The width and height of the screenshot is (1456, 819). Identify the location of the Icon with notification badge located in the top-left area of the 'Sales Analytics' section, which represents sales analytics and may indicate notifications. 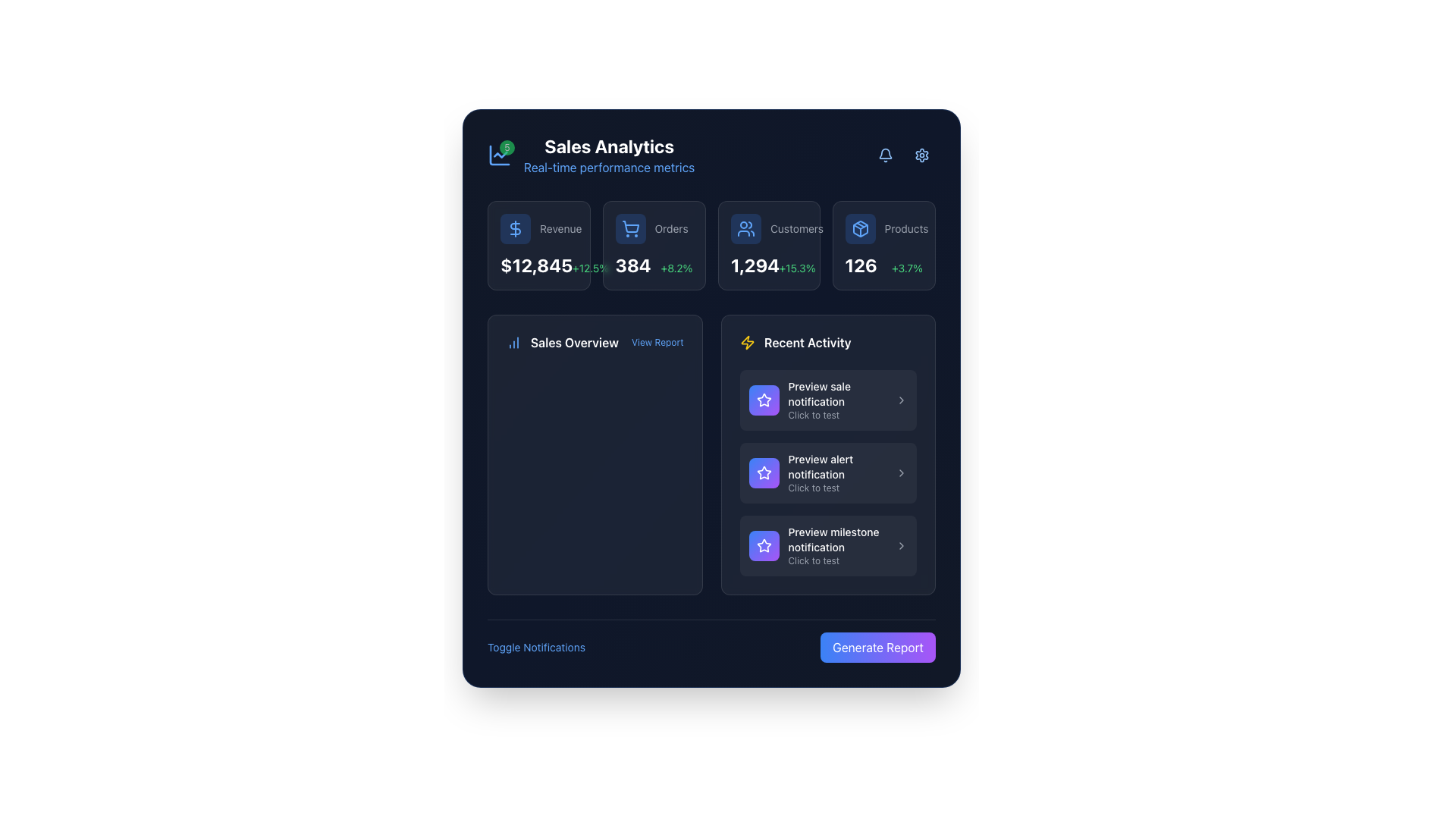
(499, 155).